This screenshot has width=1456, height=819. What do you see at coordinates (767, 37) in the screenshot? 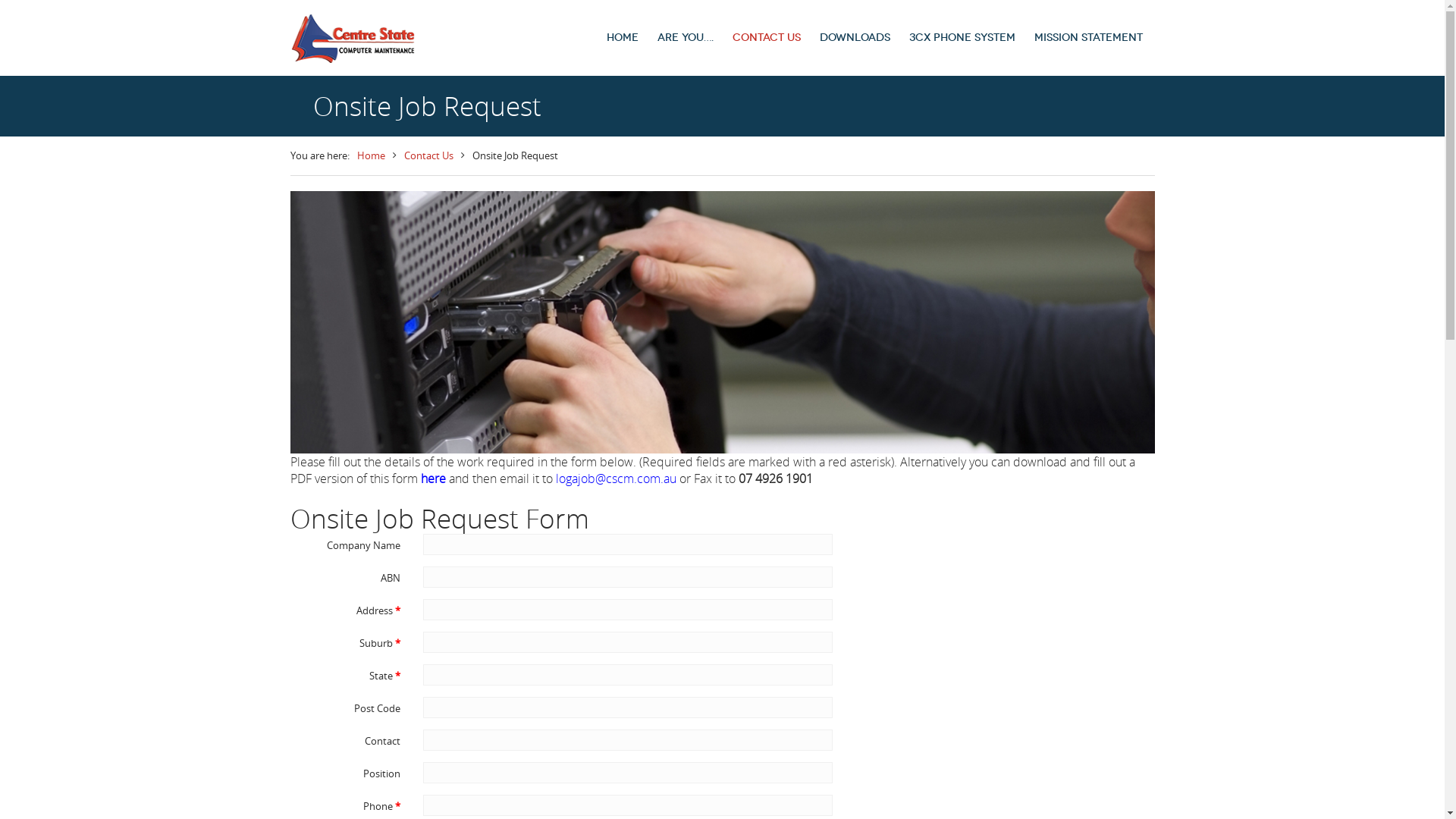
I see `'CONTACT US'` at bounding box center [767, 37].